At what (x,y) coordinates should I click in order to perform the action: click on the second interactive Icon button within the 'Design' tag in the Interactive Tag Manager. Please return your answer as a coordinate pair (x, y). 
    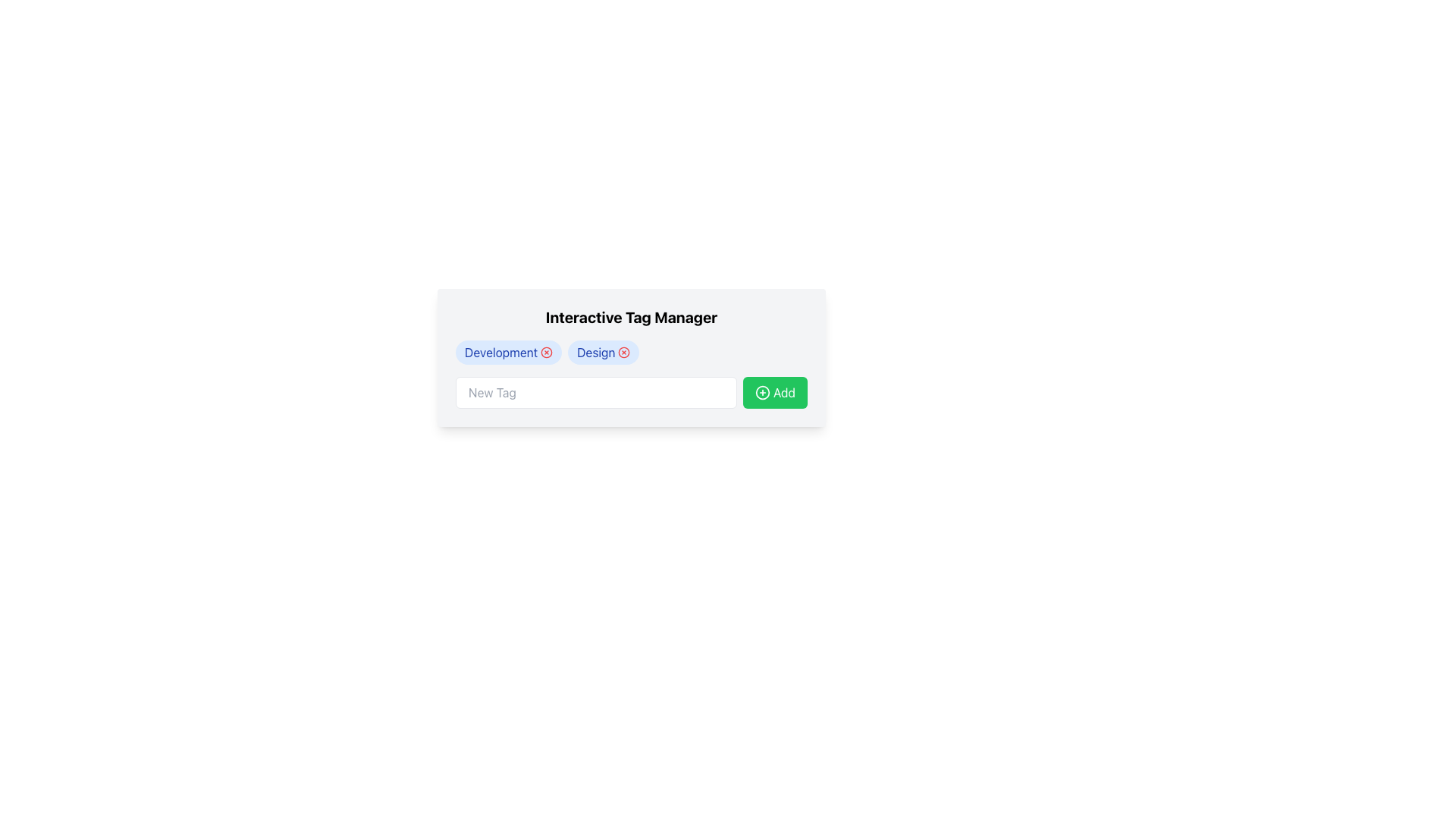
    Looking at the image, I should click on (624, 353).